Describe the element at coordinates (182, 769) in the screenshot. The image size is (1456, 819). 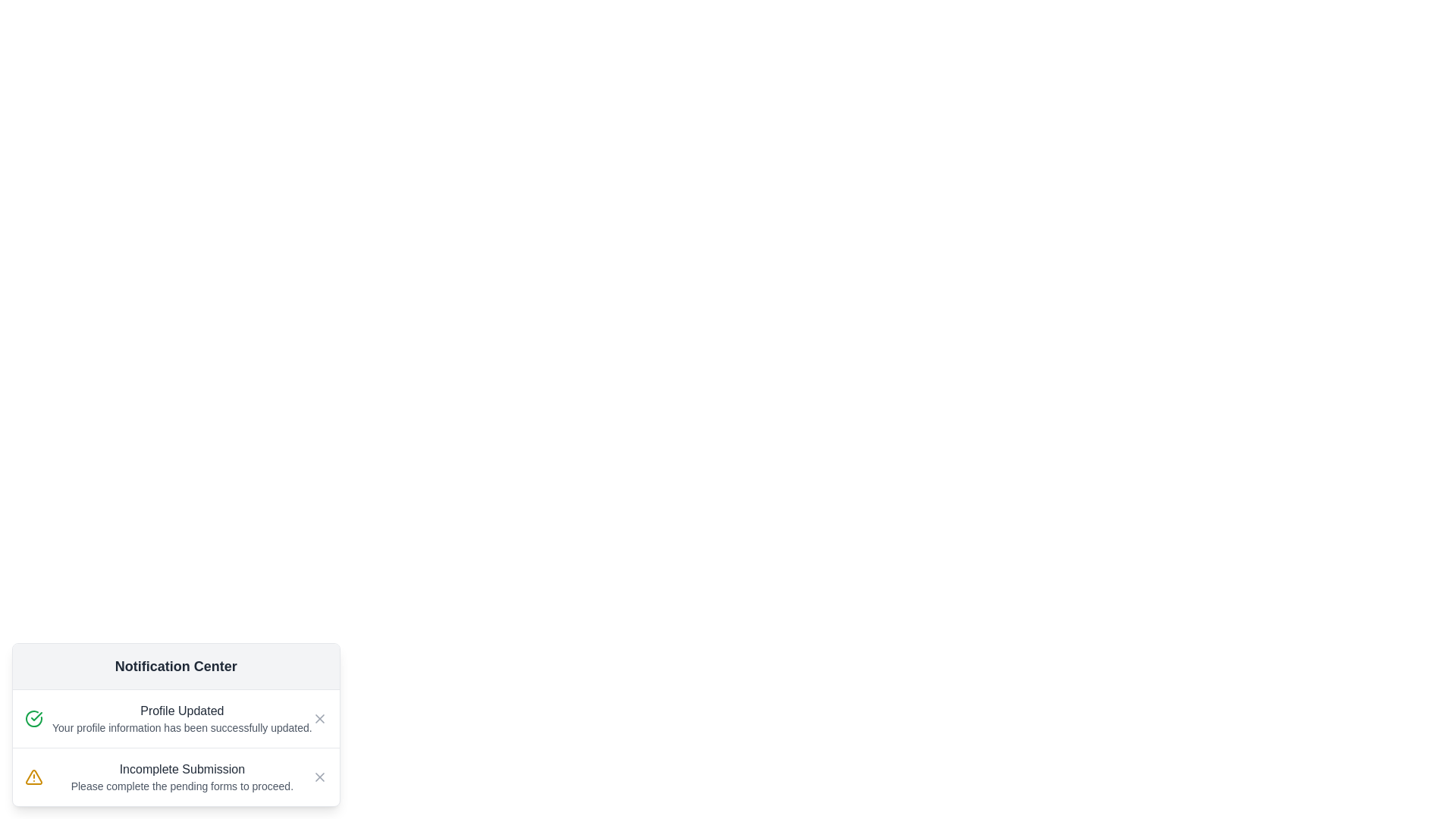
I see `the text label displaying 'Incomplete Submission' in the Notification Center, which is the primary text of the second notification block` at that location.